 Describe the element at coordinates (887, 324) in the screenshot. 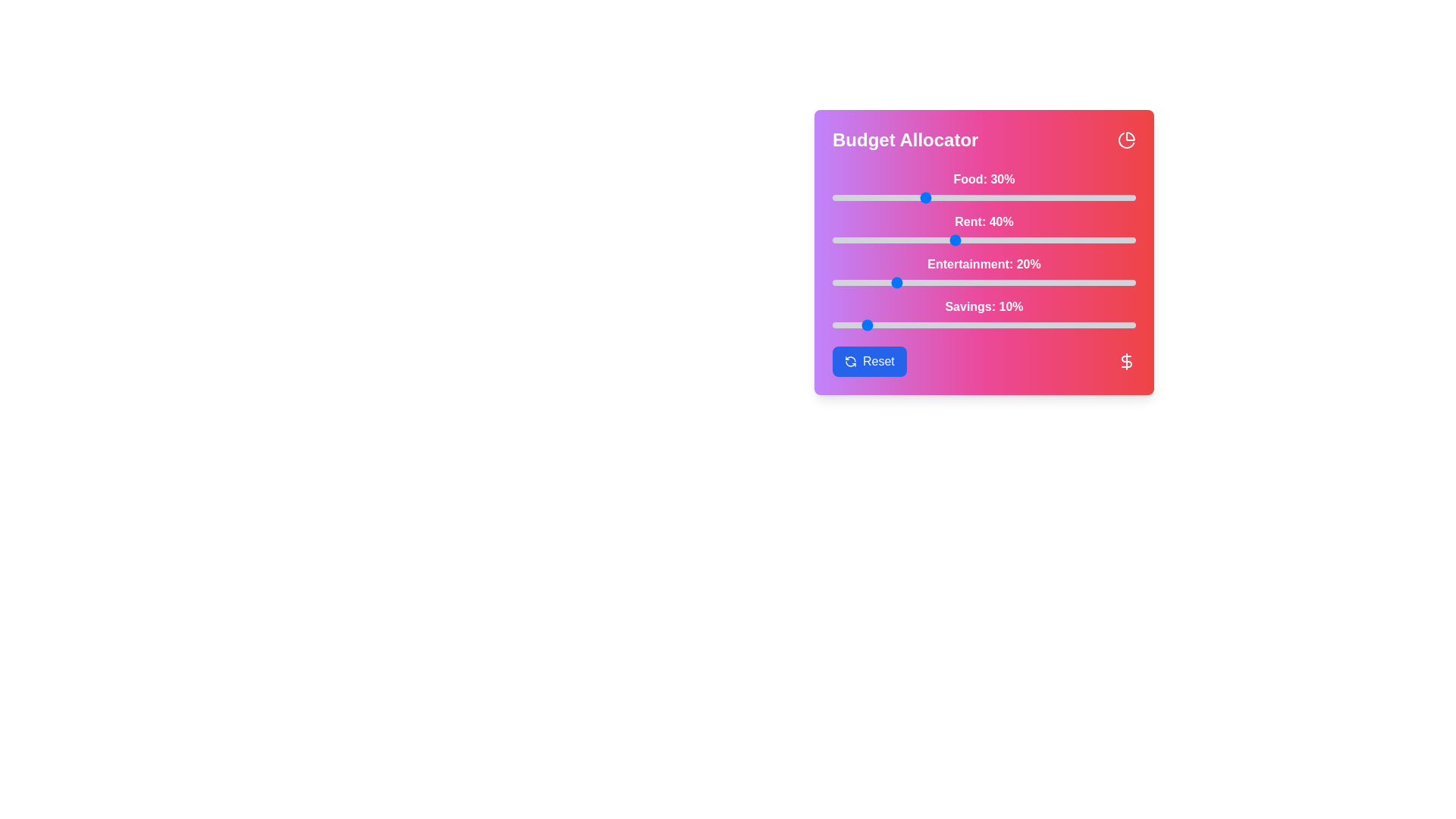

I see `the savings slider` at that location.